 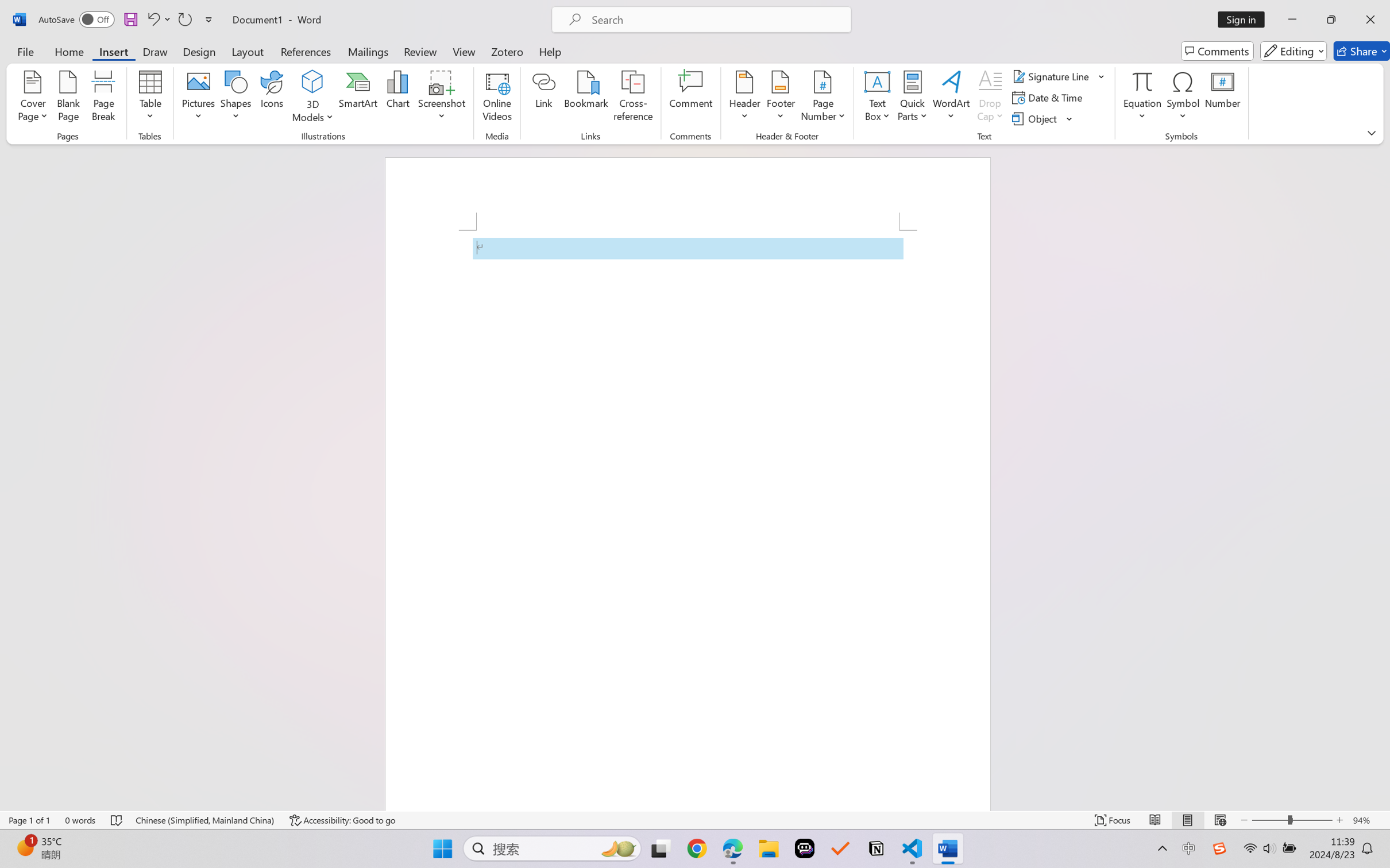 I want to click on 'Signature Line', so click(x=1052, y=75).